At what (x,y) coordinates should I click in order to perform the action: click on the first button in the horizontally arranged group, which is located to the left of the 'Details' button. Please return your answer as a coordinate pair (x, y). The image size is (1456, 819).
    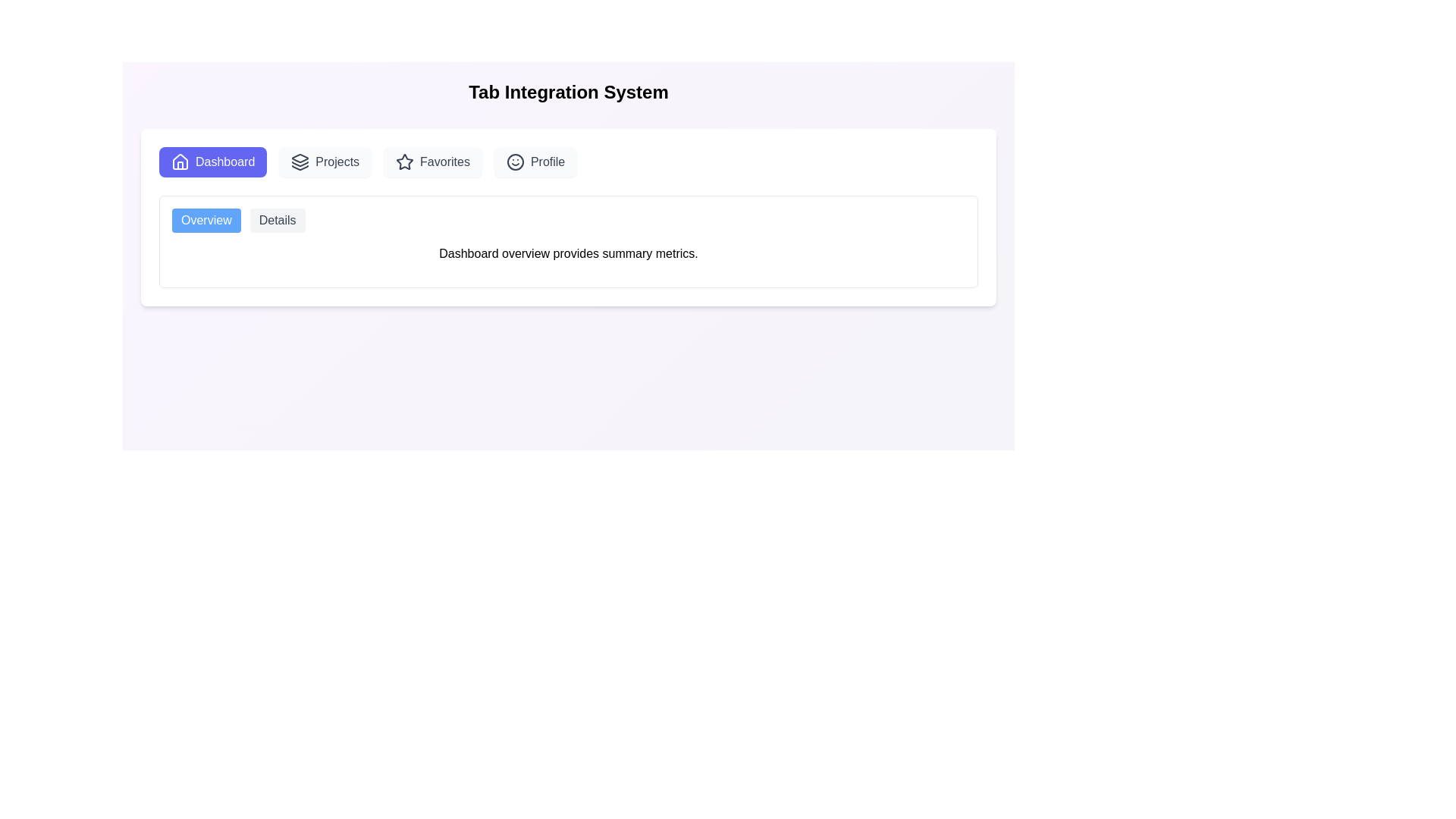
    Looking at the image, I should click on (206, 220).